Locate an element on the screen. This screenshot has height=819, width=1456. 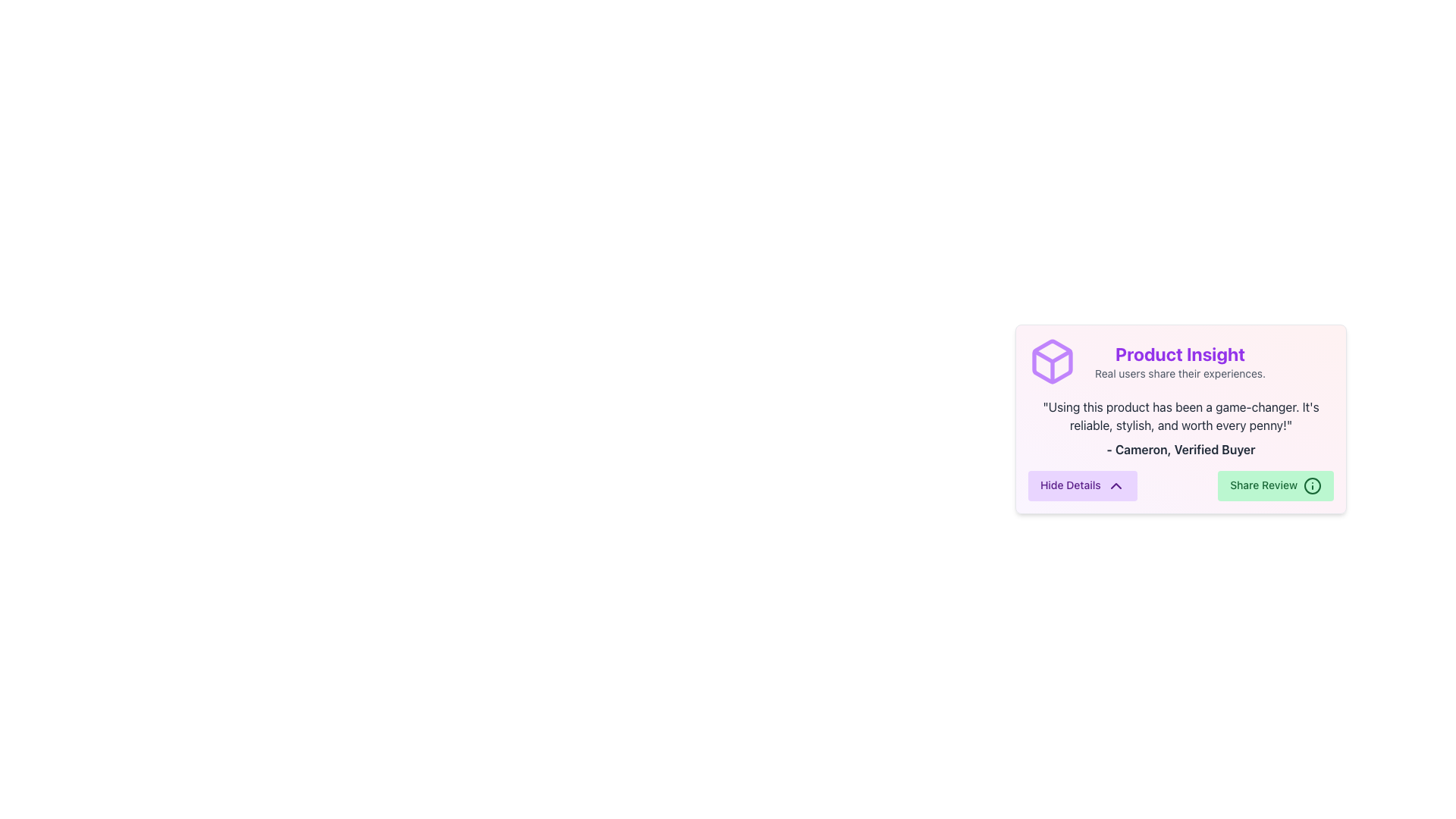
the informational icon located on the rightmost side of the 'Share Review' button for accessibility purposes is located at coordinates (1312, 485).